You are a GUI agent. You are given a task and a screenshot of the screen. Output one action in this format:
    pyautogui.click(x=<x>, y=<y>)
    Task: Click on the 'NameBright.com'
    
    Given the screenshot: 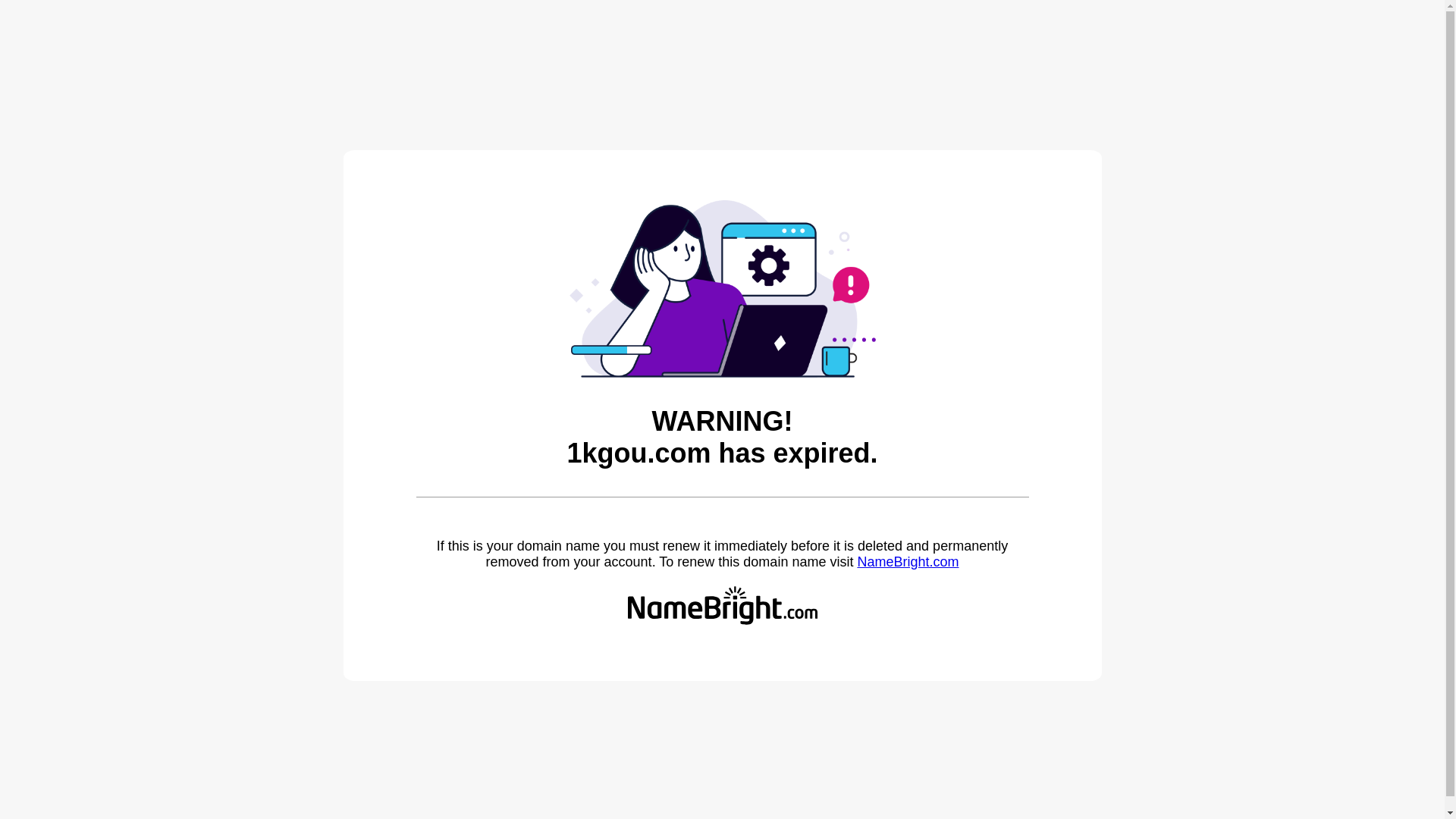 What is the action you would take?
    pyautogui.click(x=907, y=561)
    